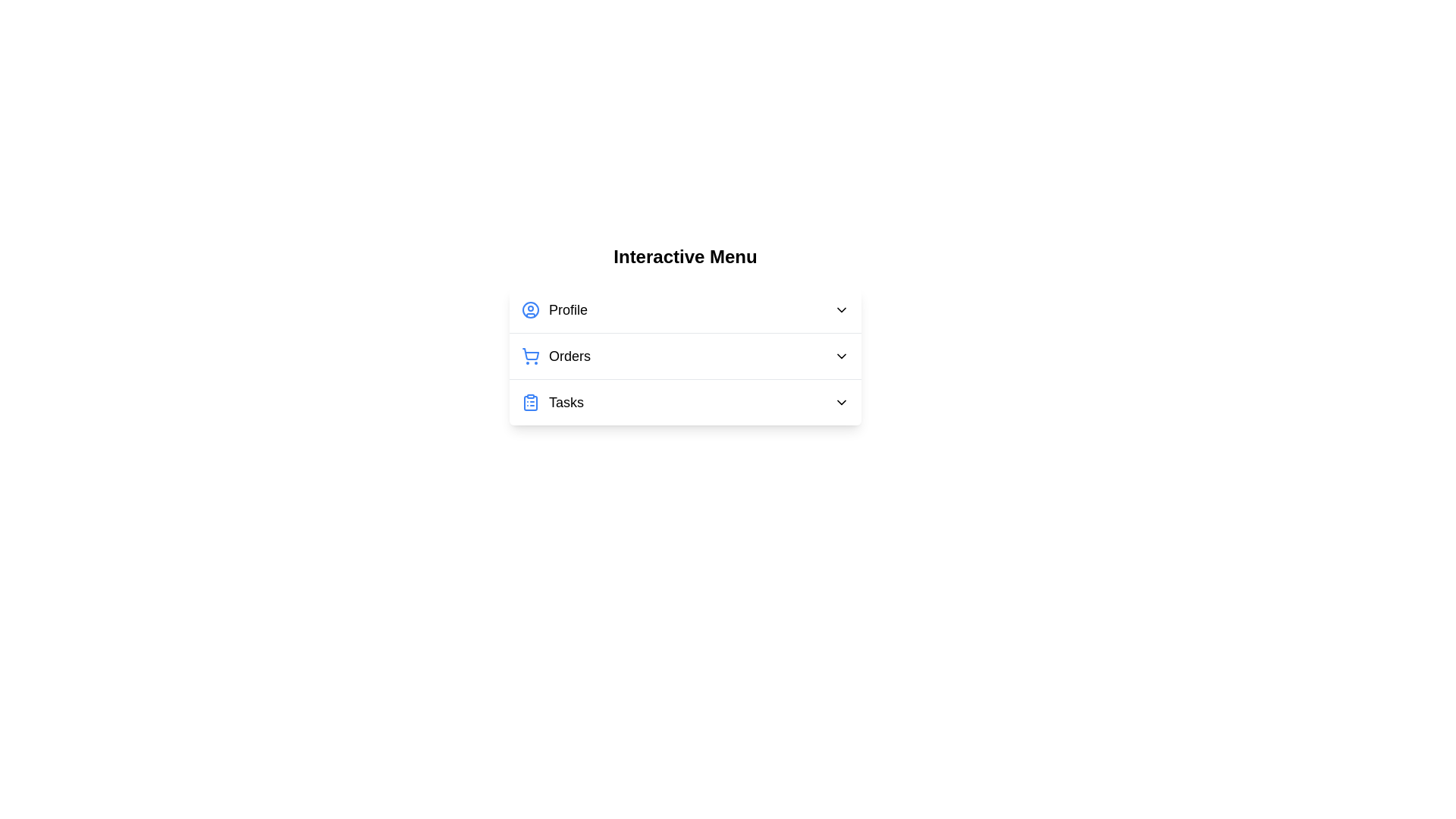 Image resolution: width=1456 pixels, height=819 pixels. Describe the element at coordinates (684, 309) in the screenshot. I see `the 'Profile' button-like menu option` at that location.